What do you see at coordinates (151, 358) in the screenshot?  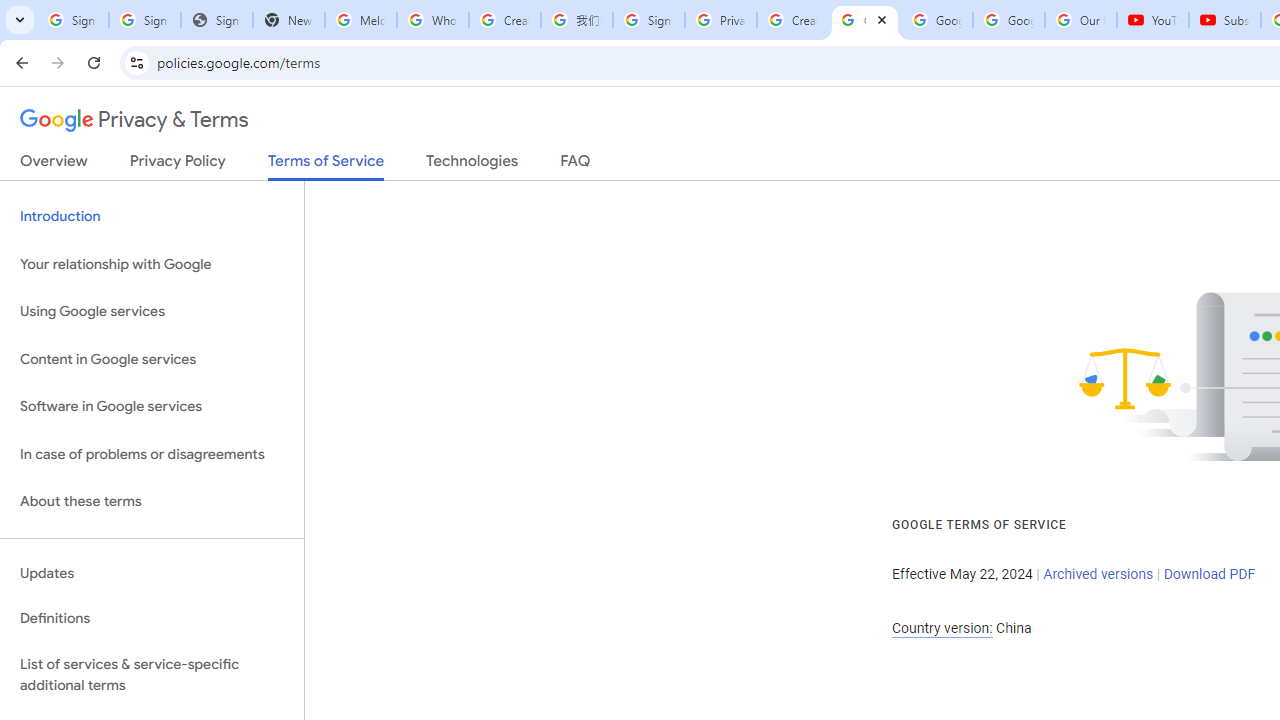 I see `'Content in Google services'` at bounding box center [151, 358].